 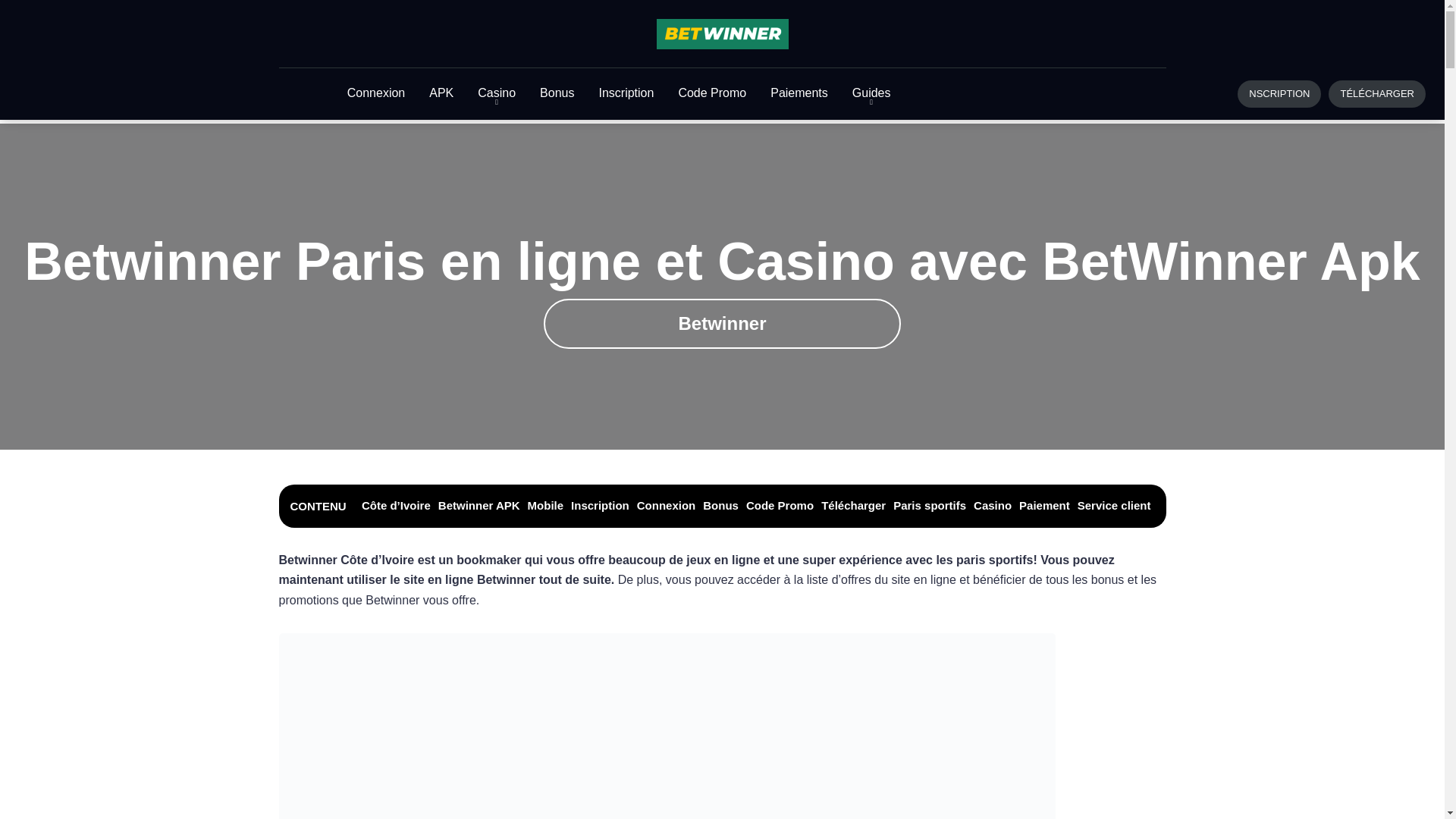 What do you see at coordinates (721, 323) in the screenshot?
I see `'Betwinner'` at bounding box center [721, 323].